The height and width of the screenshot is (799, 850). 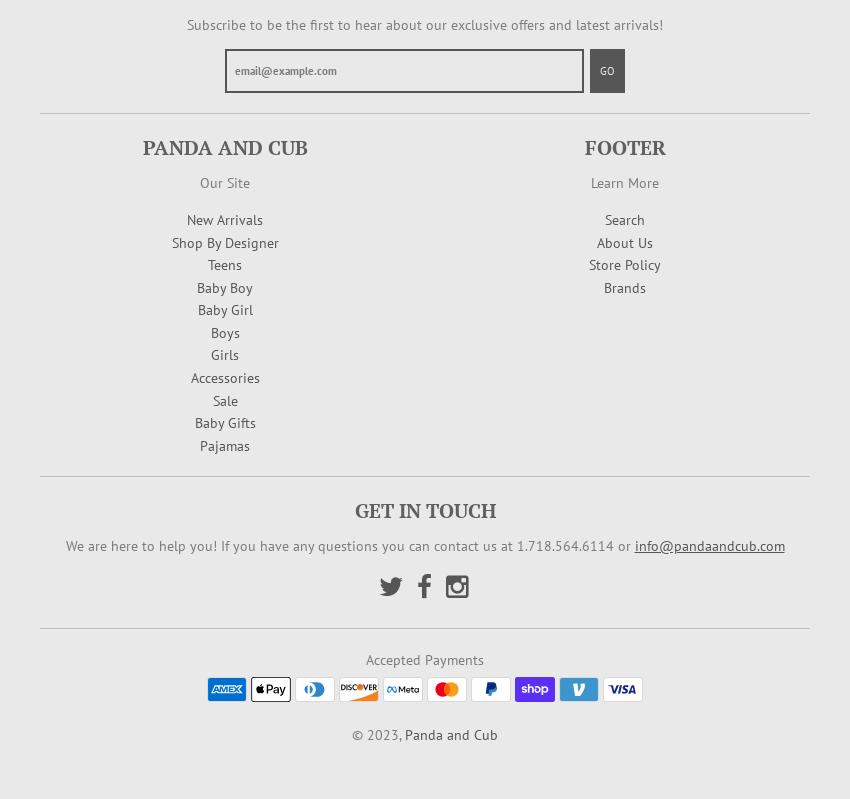 What do you see at coordinates (624, 265) in the screenshot?
I see `'Store Policy'` at bounding box center [624, 265].